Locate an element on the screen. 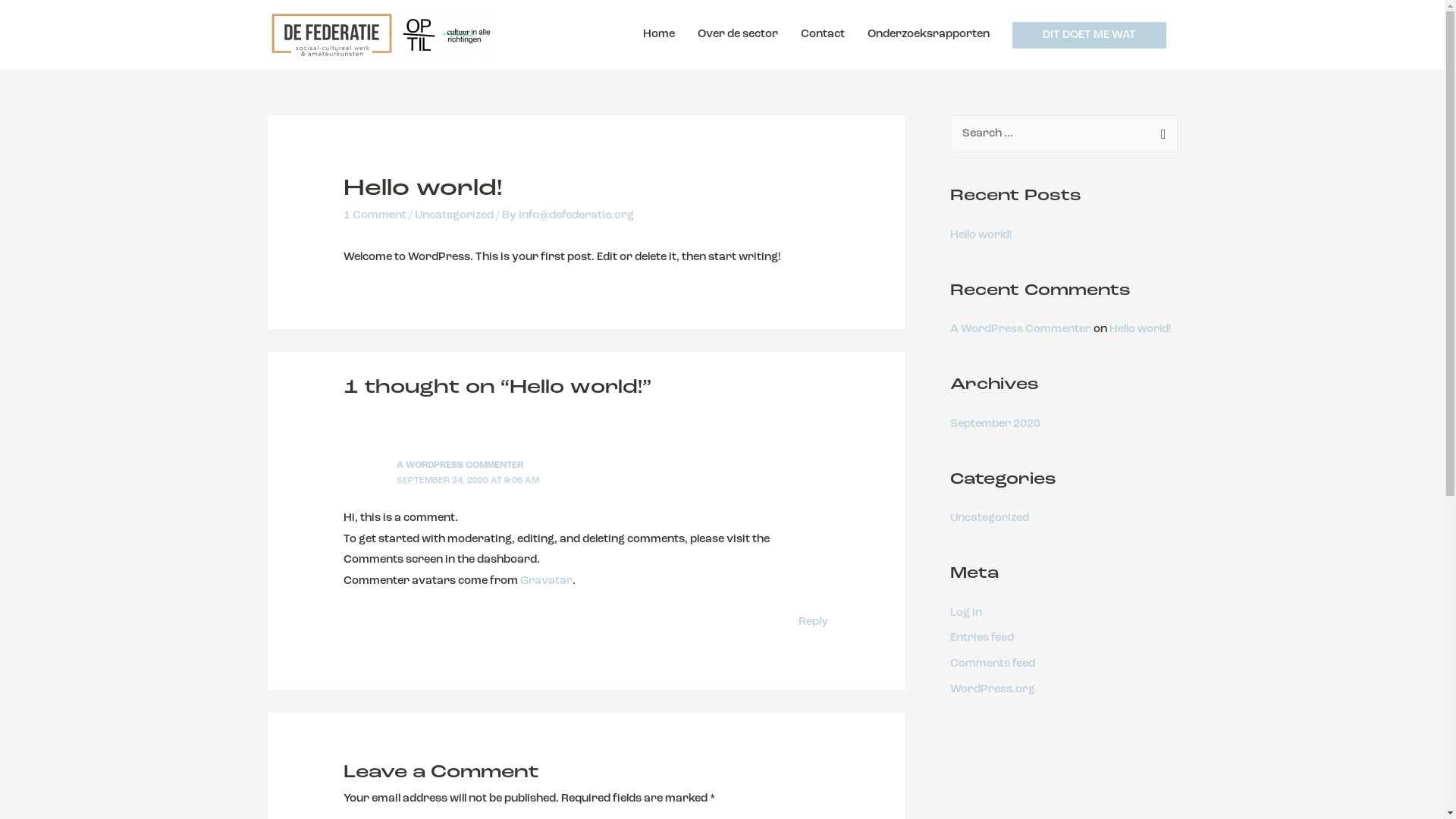 Image resolution: width=1456 pixels, height=819 pixels. 'info@defederatie.org' is located at coordinates (575, 215).